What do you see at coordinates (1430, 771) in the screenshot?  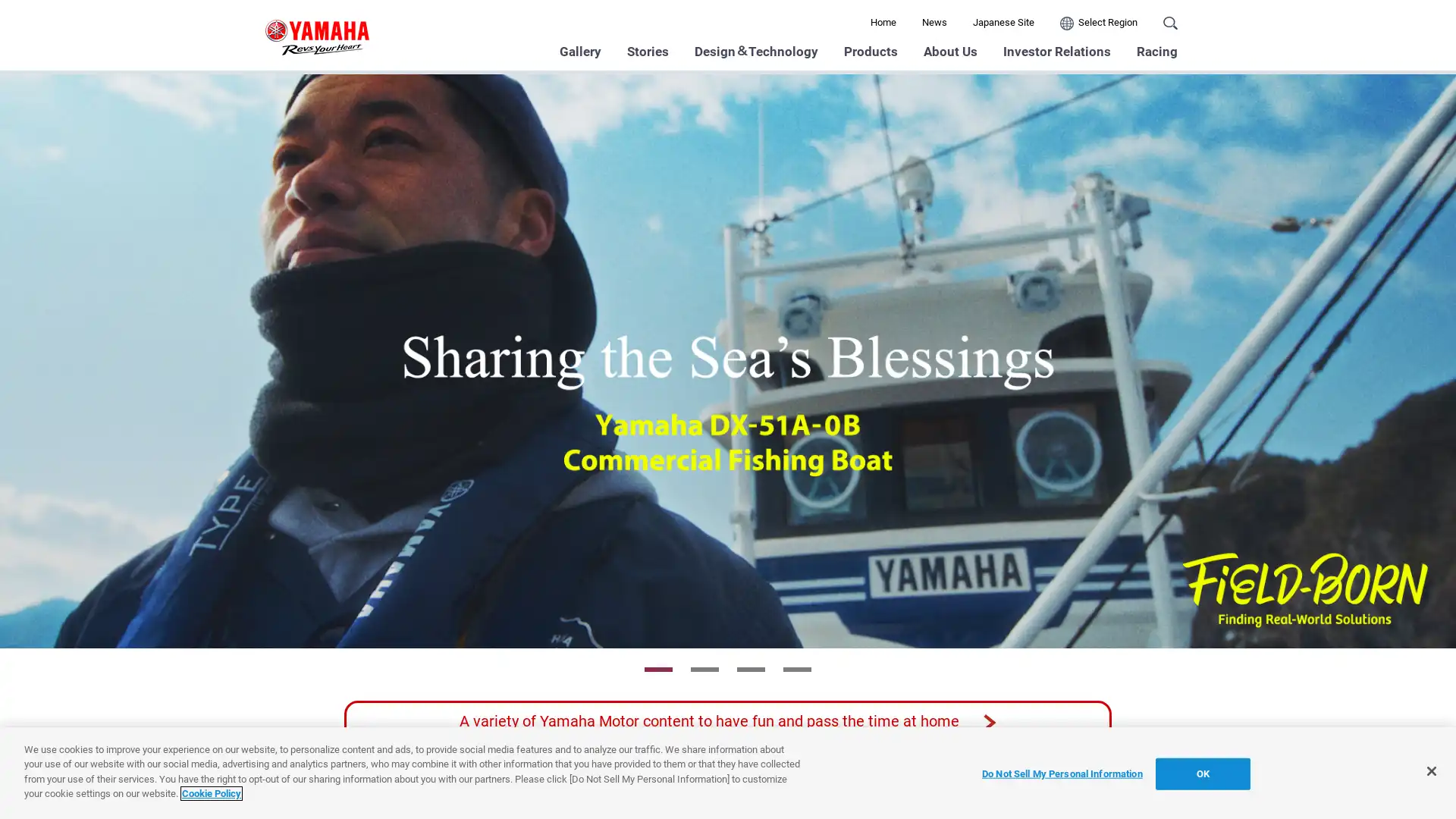 I see `Close` at bounding box center [1430, 771].